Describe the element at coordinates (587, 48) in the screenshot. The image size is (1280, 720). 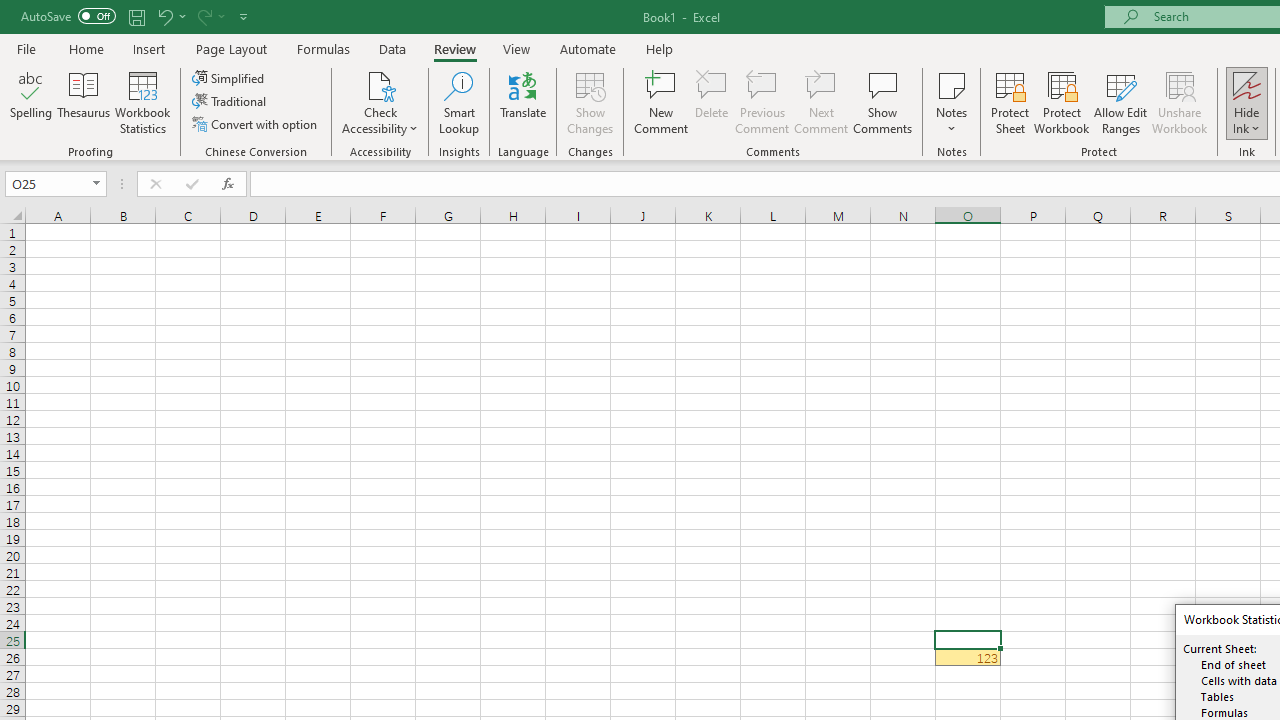
I see `'Automate'` at that location.